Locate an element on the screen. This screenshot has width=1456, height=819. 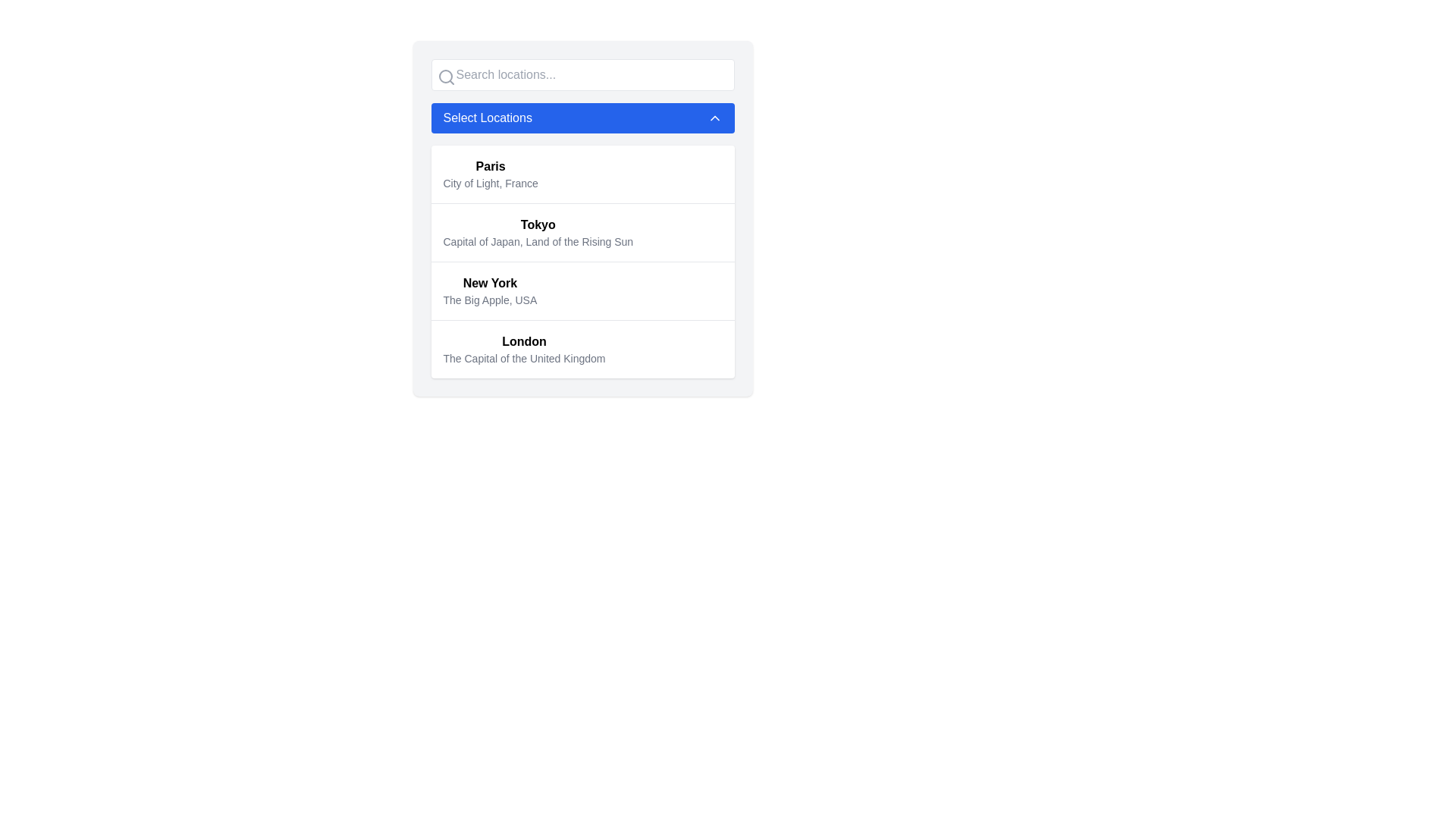
text label displaying 'The Big Apple, USA' located beneath the 'New York' label in the selection list is located at coordinates (490, 300).